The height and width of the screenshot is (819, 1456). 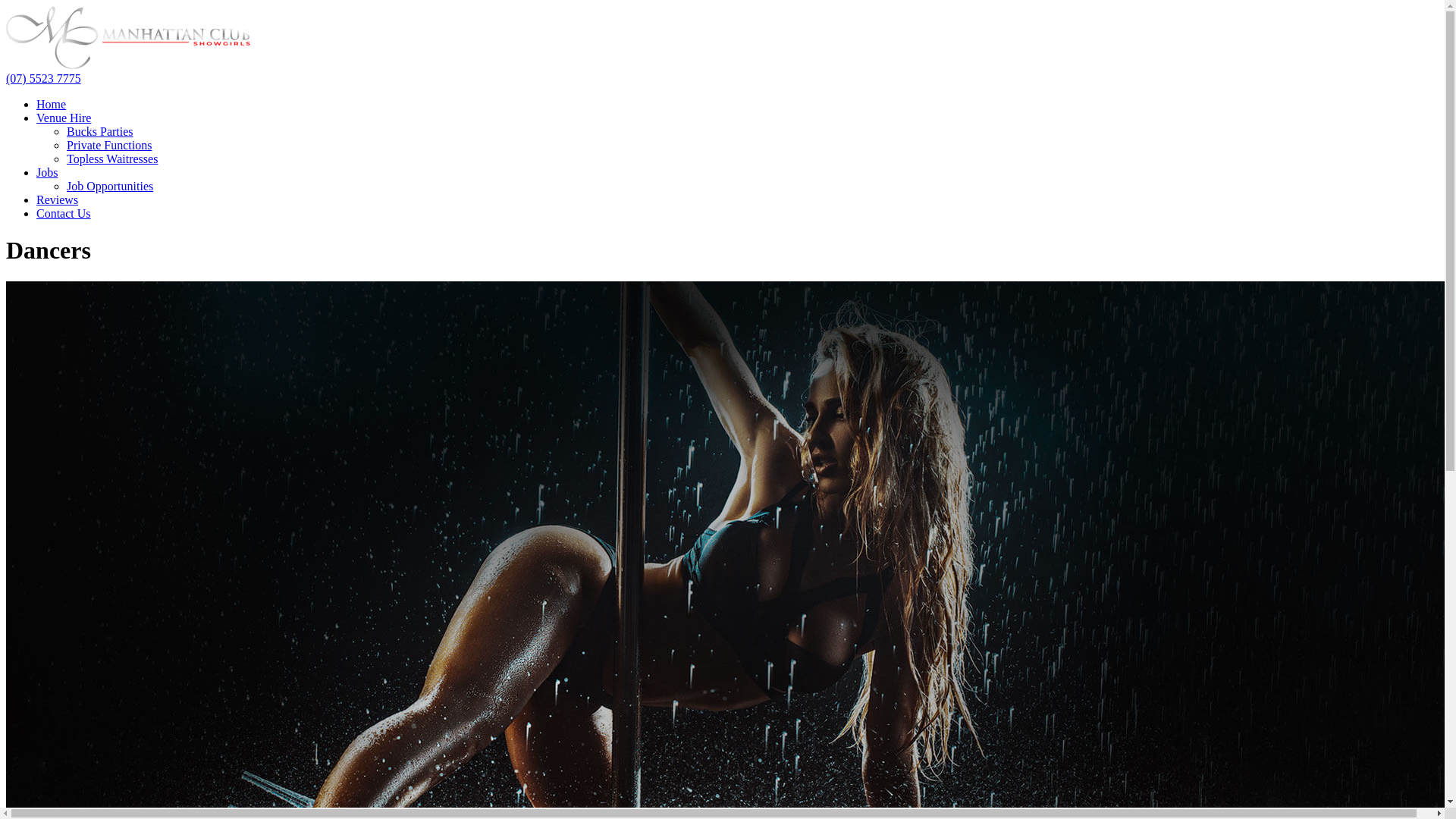 What do you see at coordinates (51, 103) in the screenshot?
I see `'Home'` at bounding box center [51, 103].